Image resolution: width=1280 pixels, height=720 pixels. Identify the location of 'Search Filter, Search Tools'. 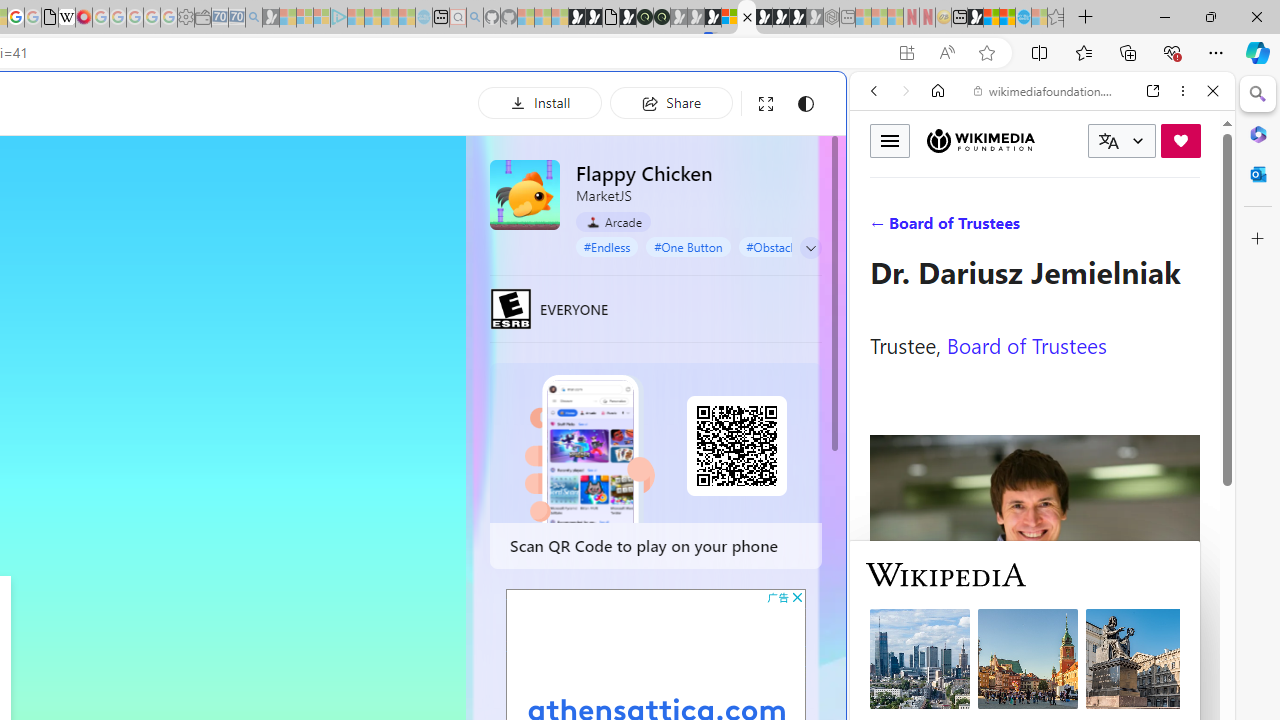
(1092, 227).